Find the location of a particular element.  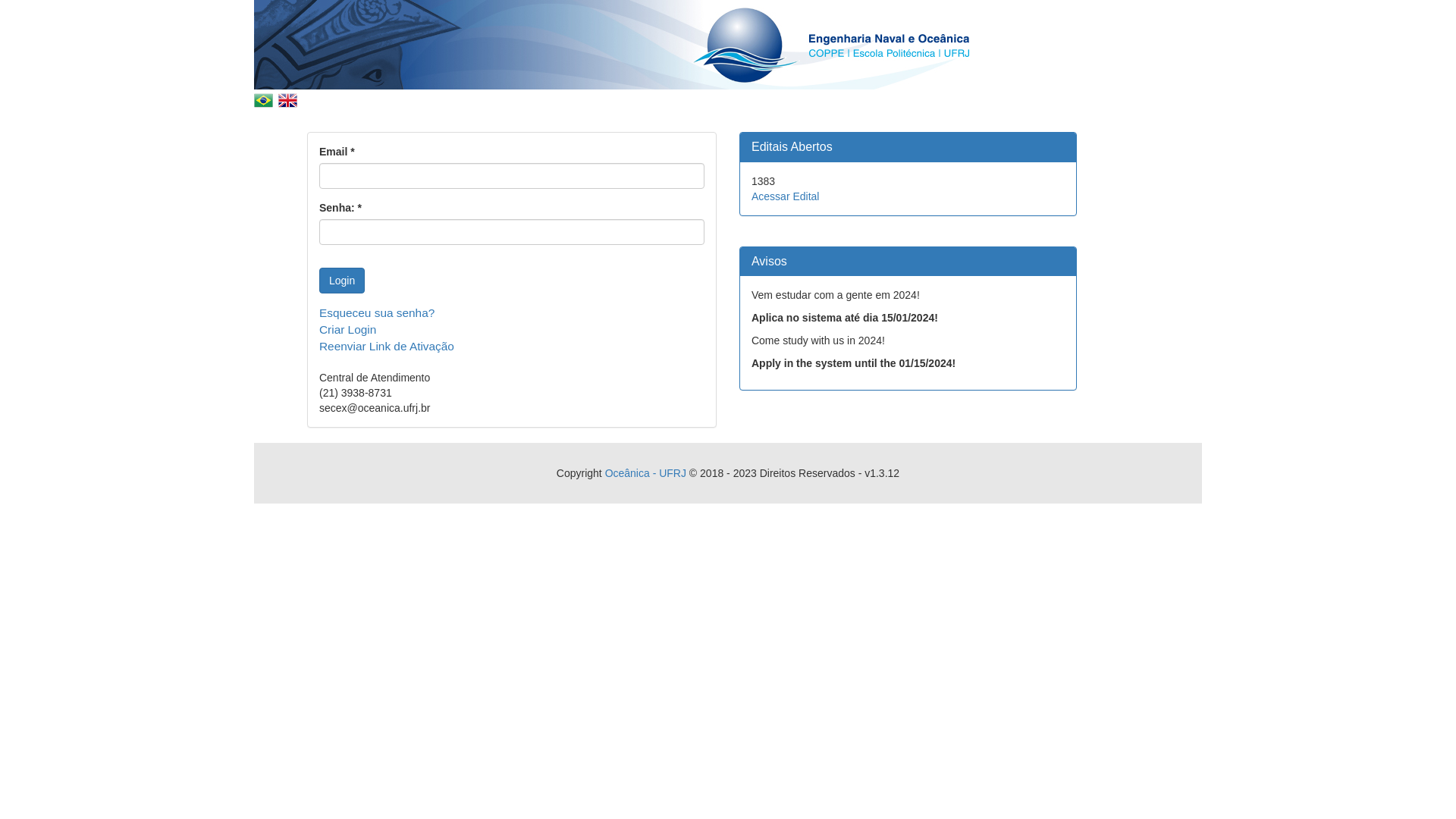

'Acessar Edital' is located at coordinates (785, 195).